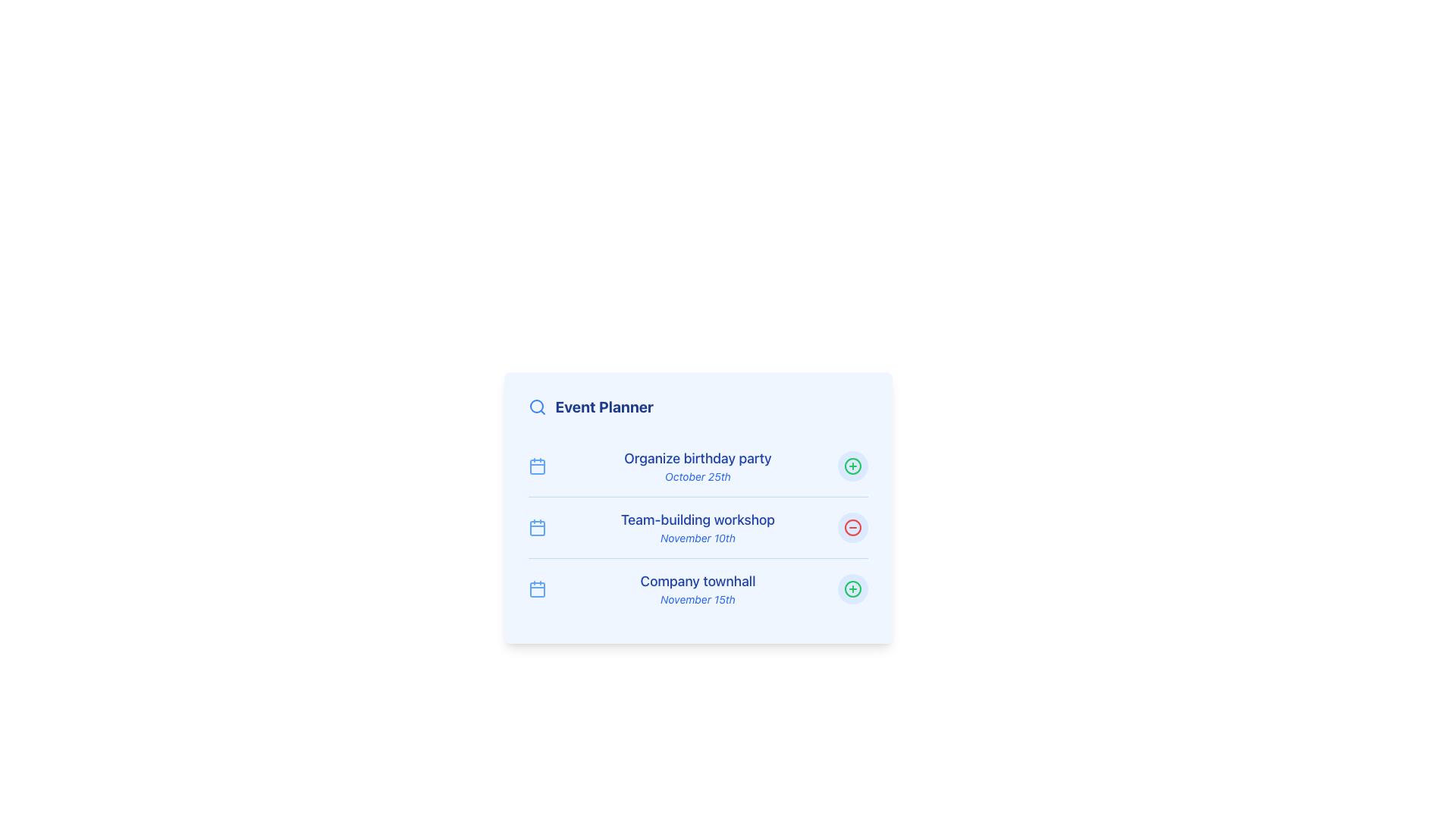 The height and width of the screenshot is (819, 1456). Describe the element at coordinates (697, 526) in the screenshot. I see `the Text Label displaying 'Team-building workshop' and 'November 10th', located in the 'Event Planner' section, which is the second item in the list` at that location.